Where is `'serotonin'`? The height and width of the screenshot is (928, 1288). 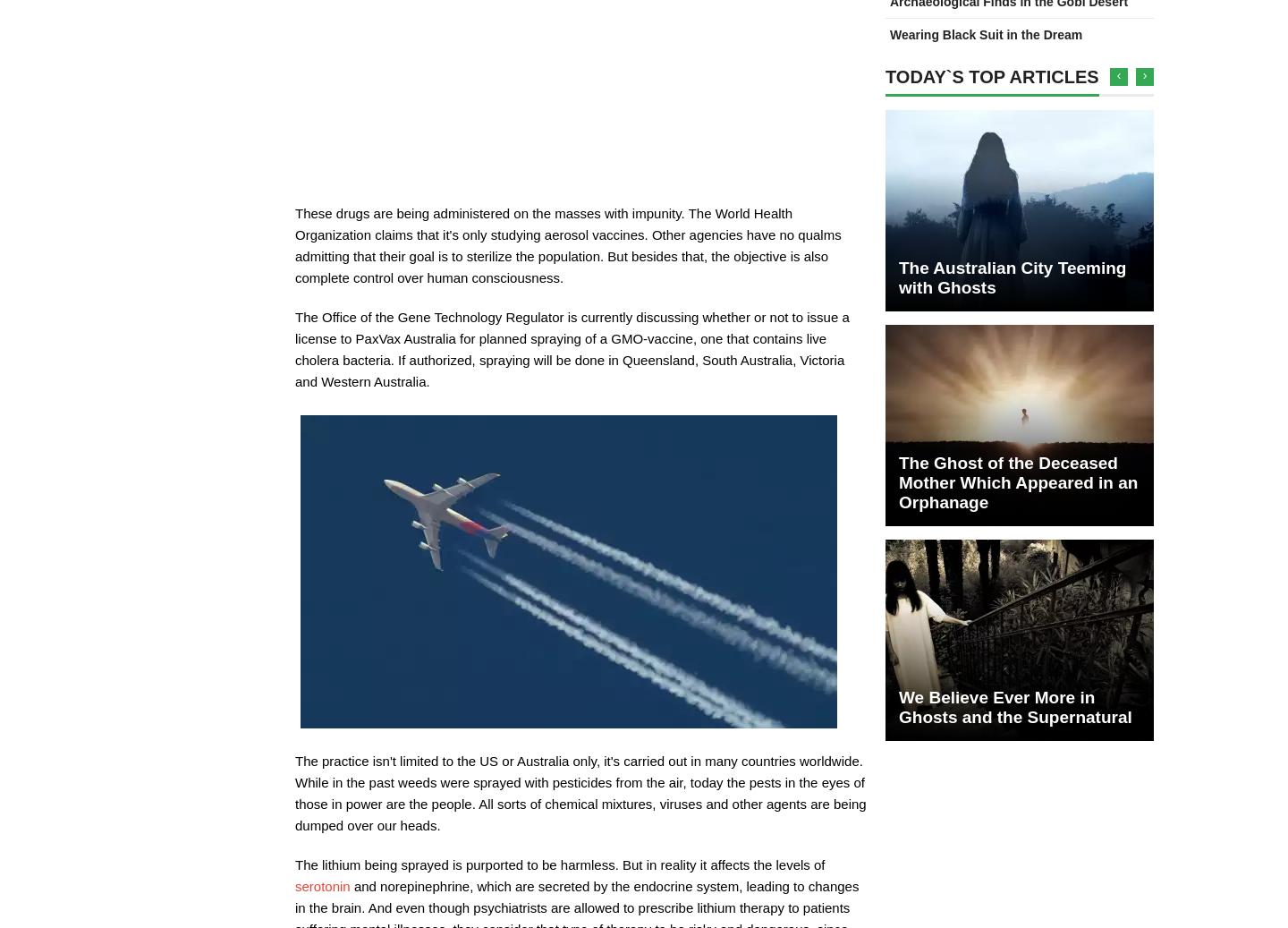 'serotonin' is located at coordinates (295, 886).